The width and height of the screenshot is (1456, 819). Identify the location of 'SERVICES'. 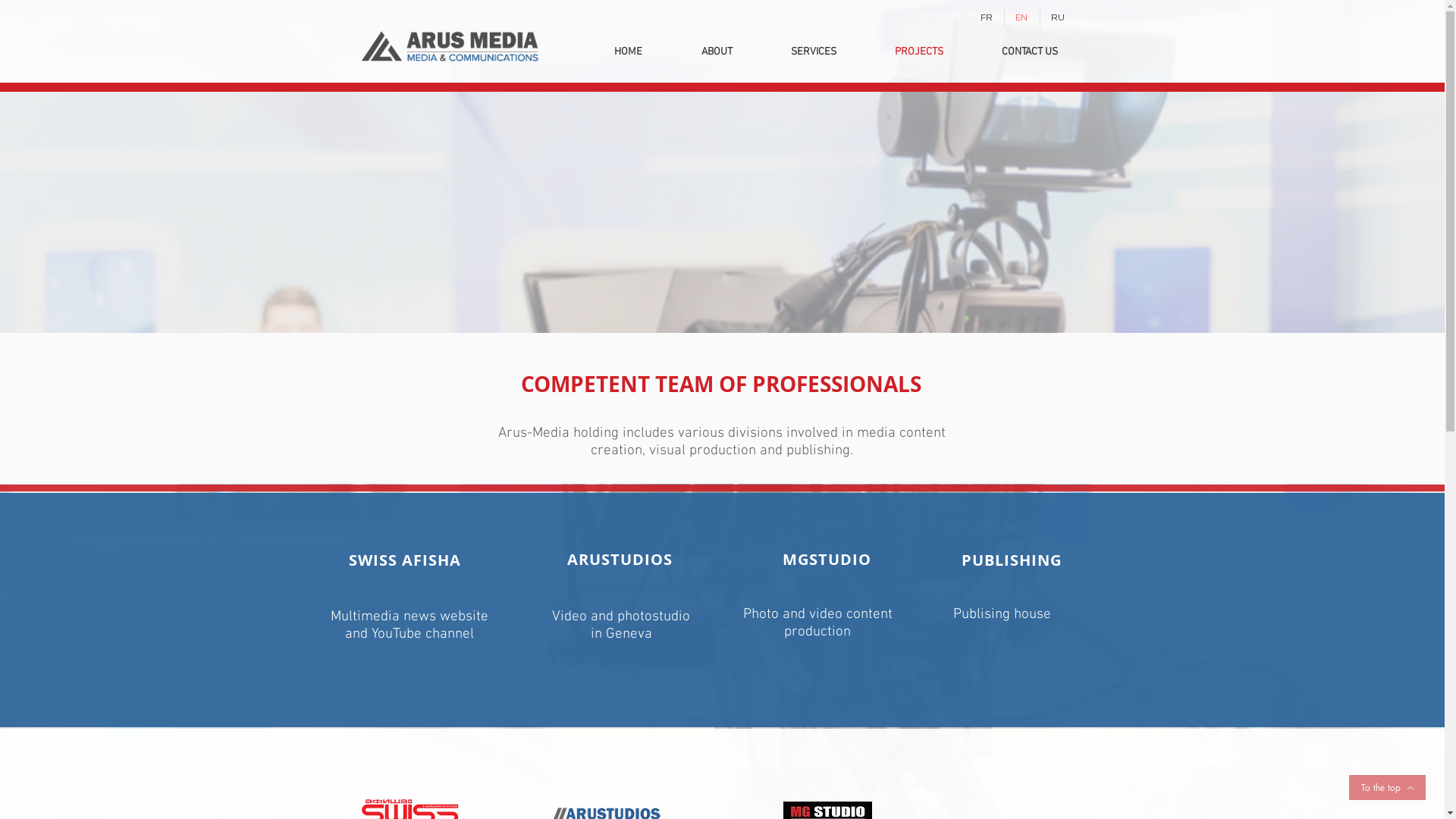
(812, 51).